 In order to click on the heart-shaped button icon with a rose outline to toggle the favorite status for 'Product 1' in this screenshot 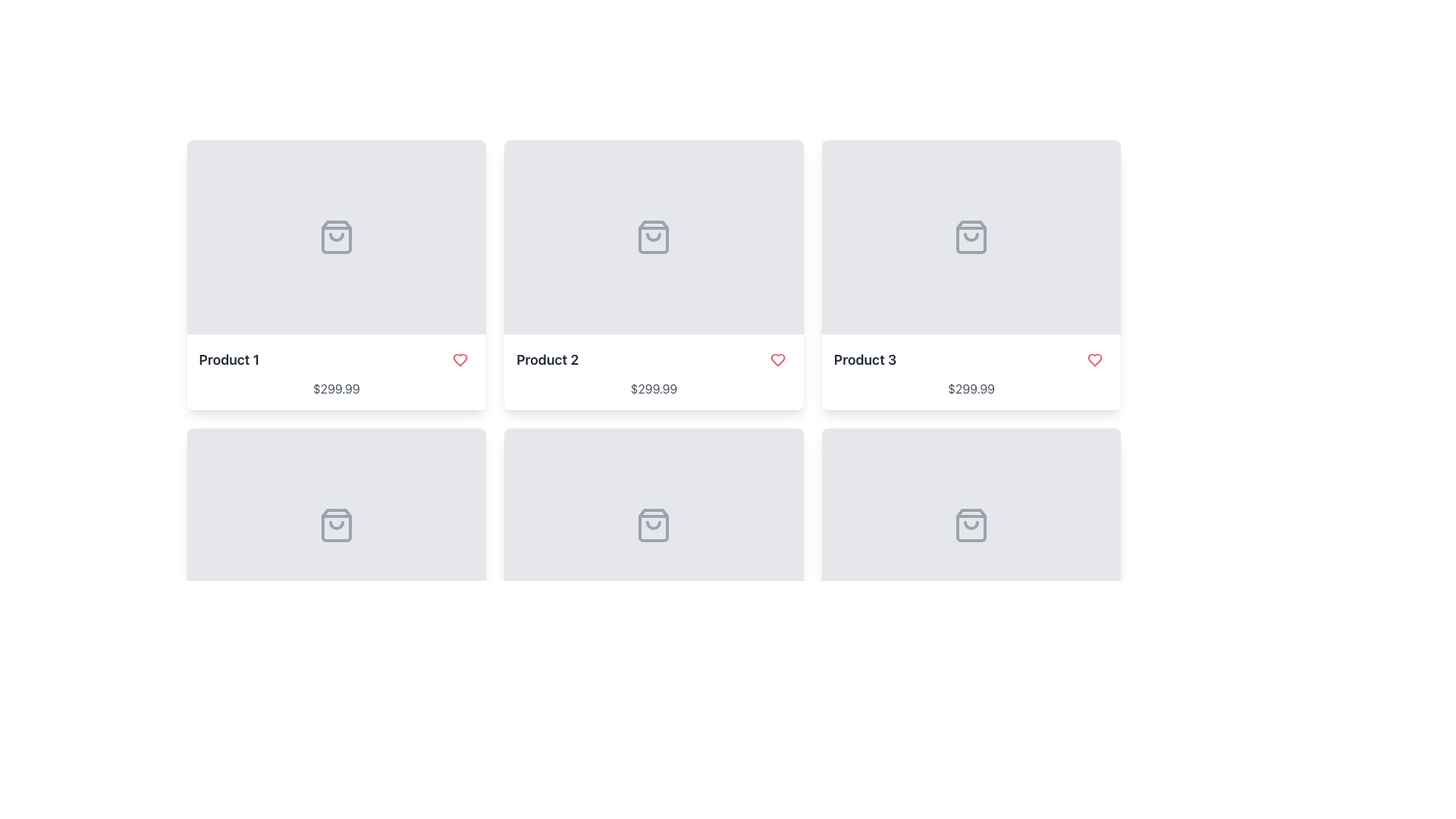, I will do `click(459, 359)`.